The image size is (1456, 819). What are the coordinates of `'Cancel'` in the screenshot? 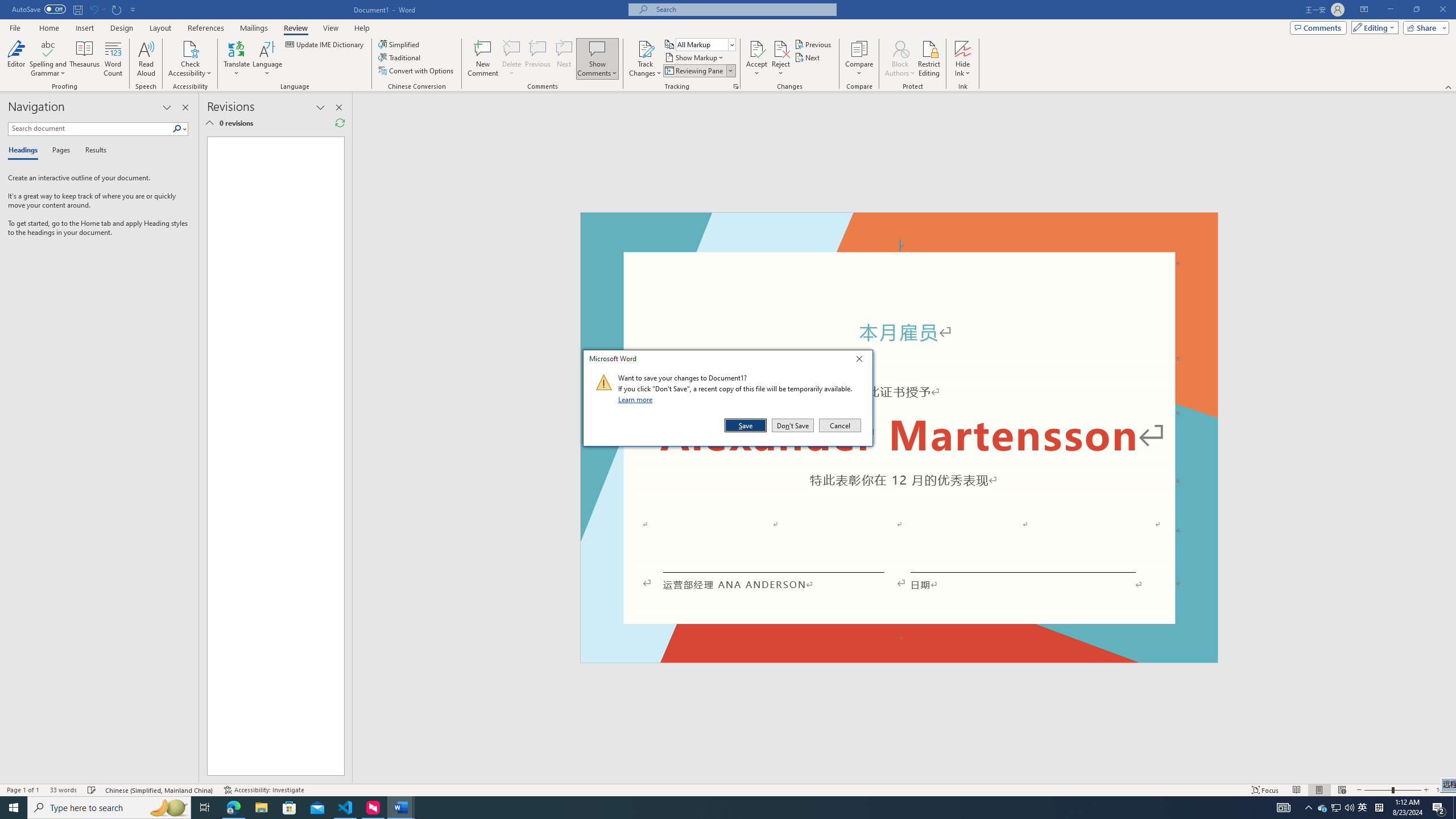 It's located at (839, 425).